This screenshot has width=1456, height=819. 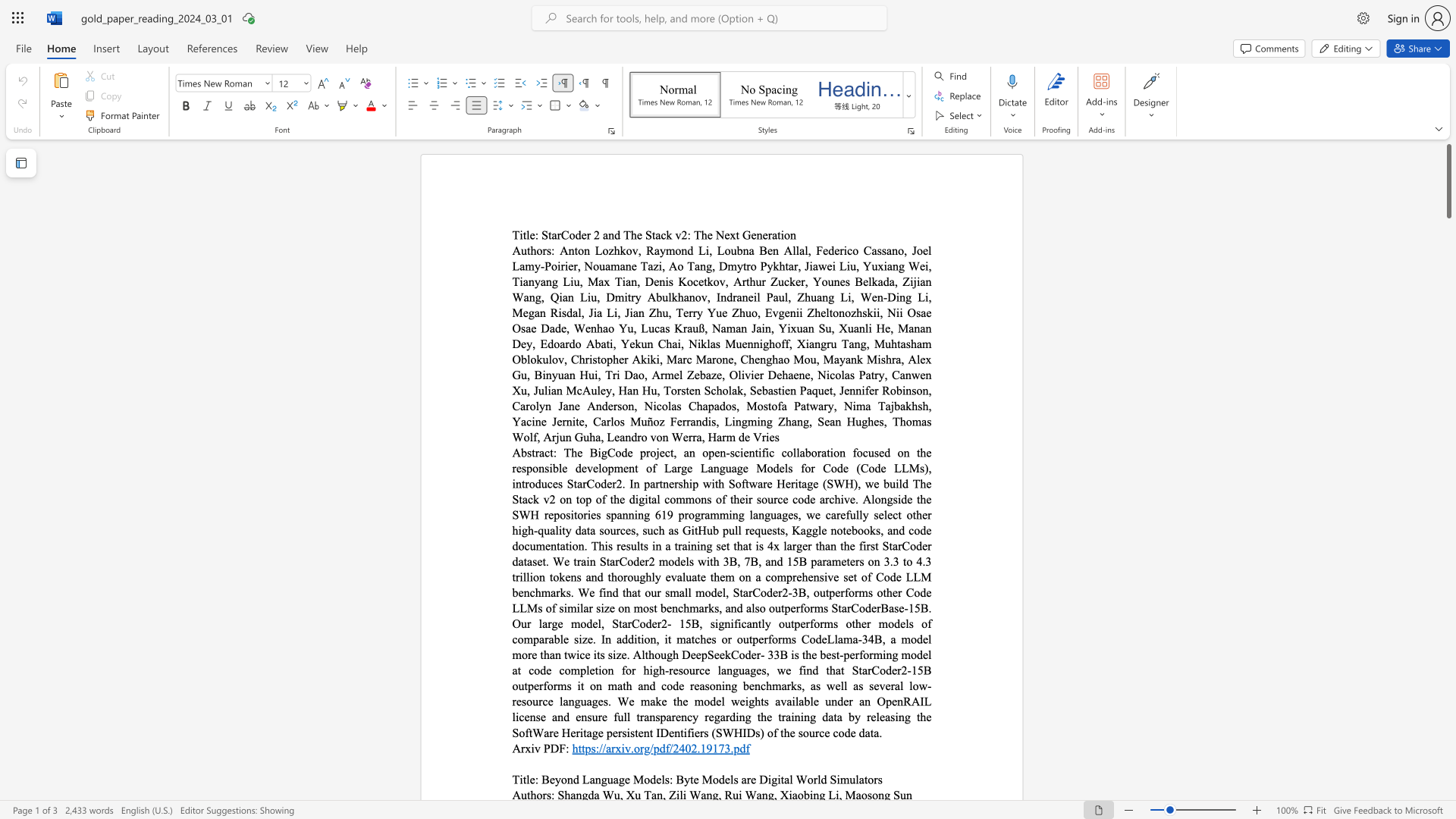 I want to click on the vertical scrollbar to lower the page content, so click(x=1448, y=493).